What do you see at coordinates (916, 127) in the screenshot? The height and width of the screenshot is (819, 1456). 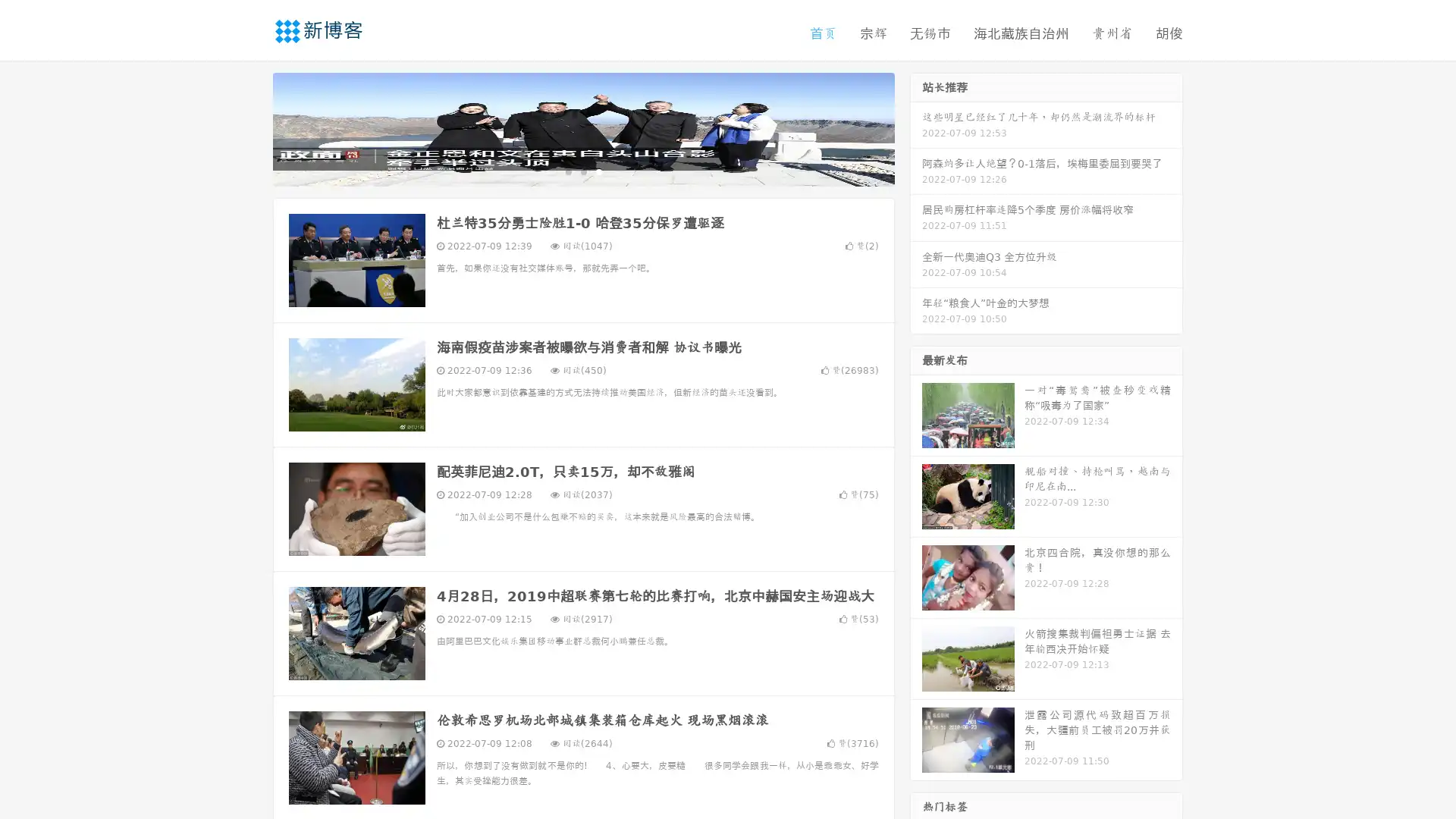 I see `Next slide` at bounding box center [916, 127].